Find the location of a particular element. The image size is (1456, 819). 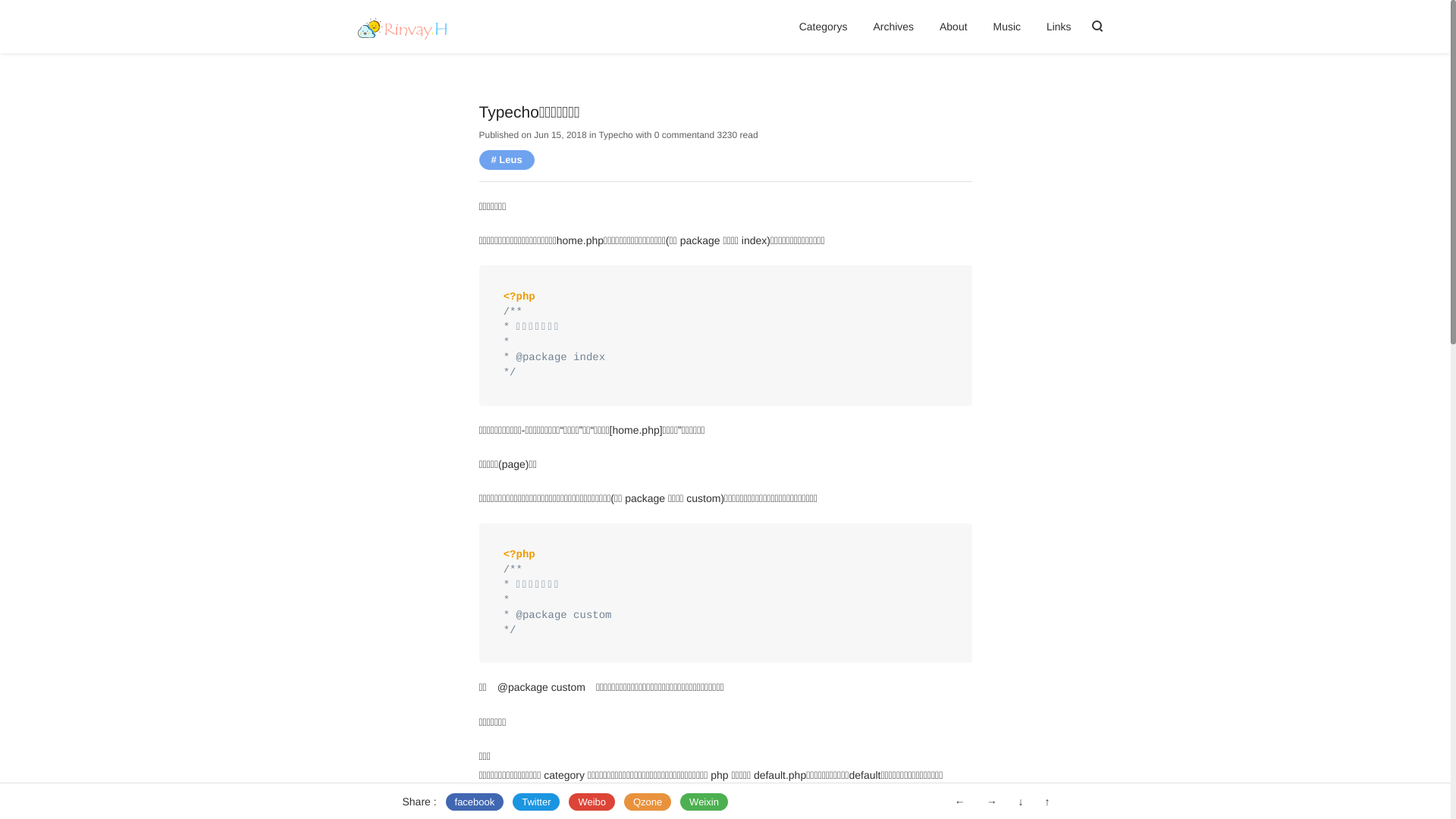

'facebook' is located at coordinates (445, 801).